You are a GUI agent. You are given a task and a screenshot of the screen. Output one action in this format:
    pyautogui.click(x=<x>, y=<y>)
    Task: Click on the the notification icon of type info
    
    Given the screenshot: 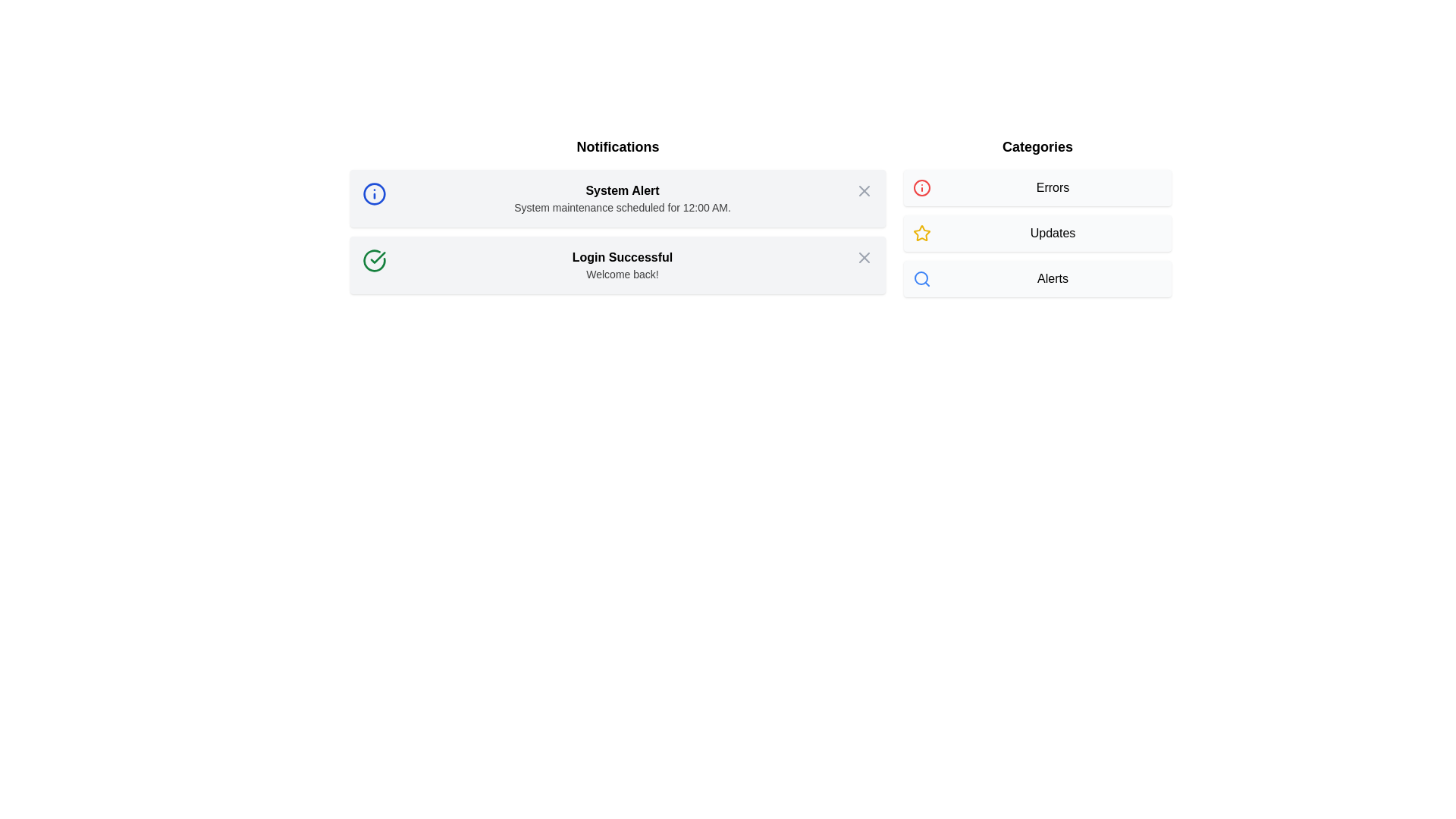 What is the action you would take?
    pyautogui.click(x=375, y=193)
    